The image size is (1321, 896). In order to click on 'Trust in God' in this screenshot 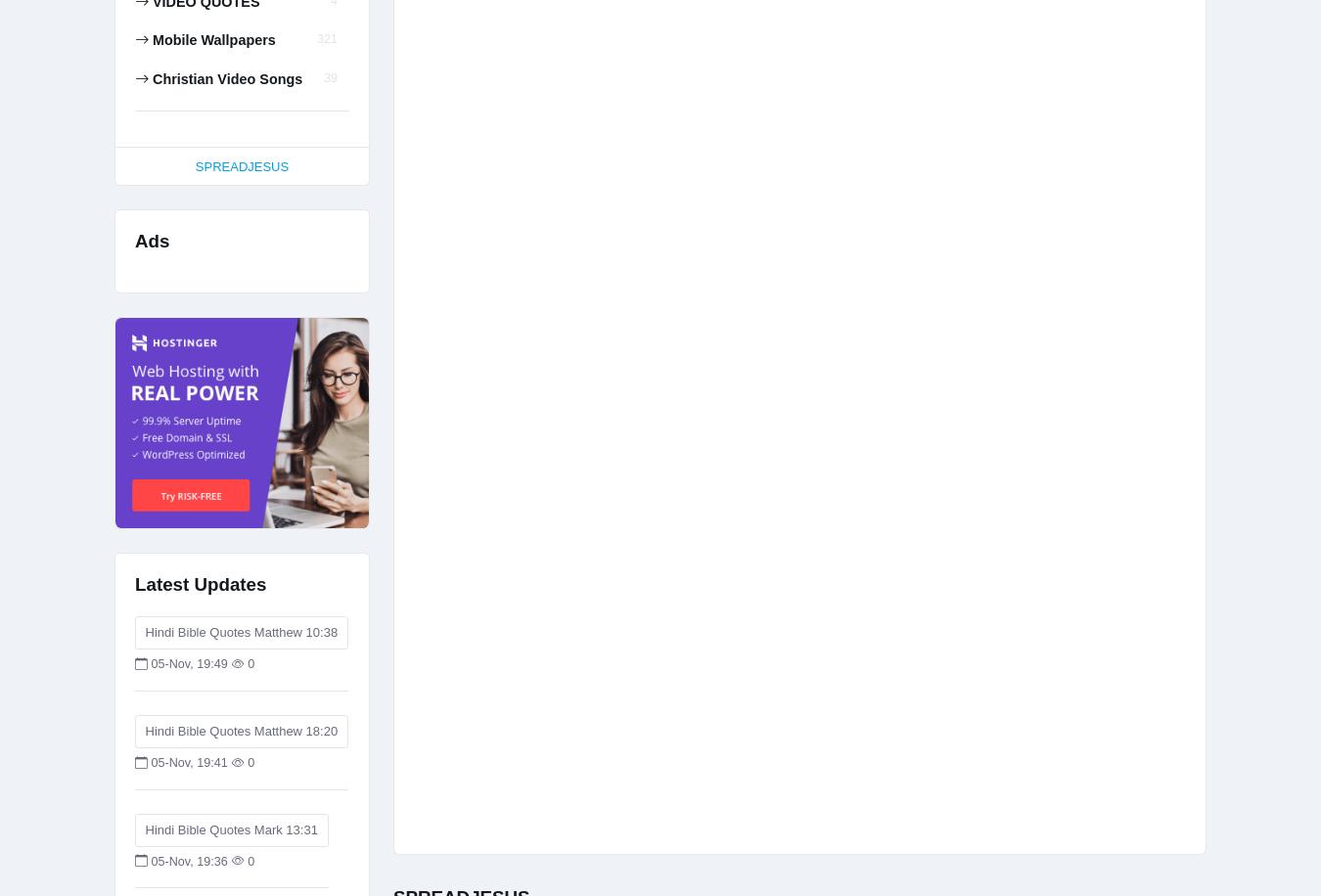, I will do `click(509, 155)`.